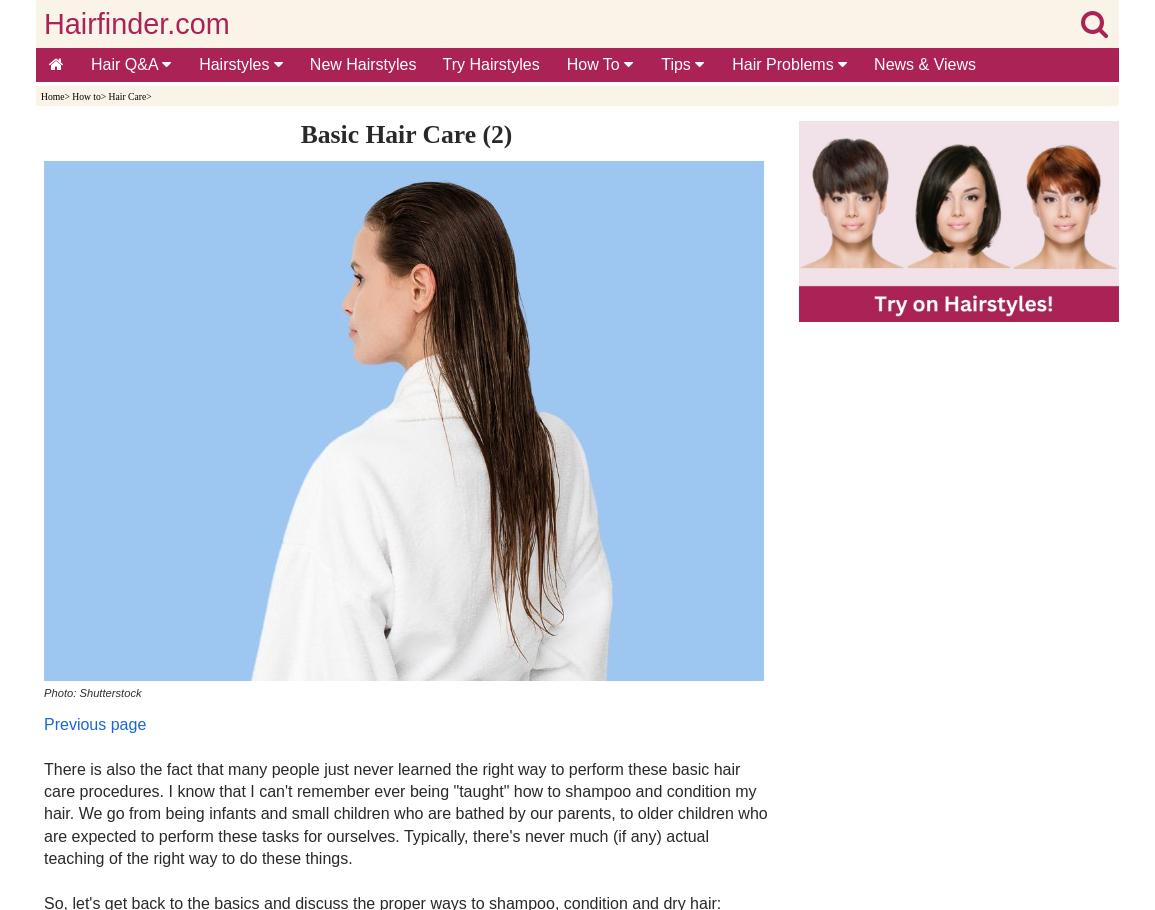  I want to click on 'Hair Care', so click(127, 95).